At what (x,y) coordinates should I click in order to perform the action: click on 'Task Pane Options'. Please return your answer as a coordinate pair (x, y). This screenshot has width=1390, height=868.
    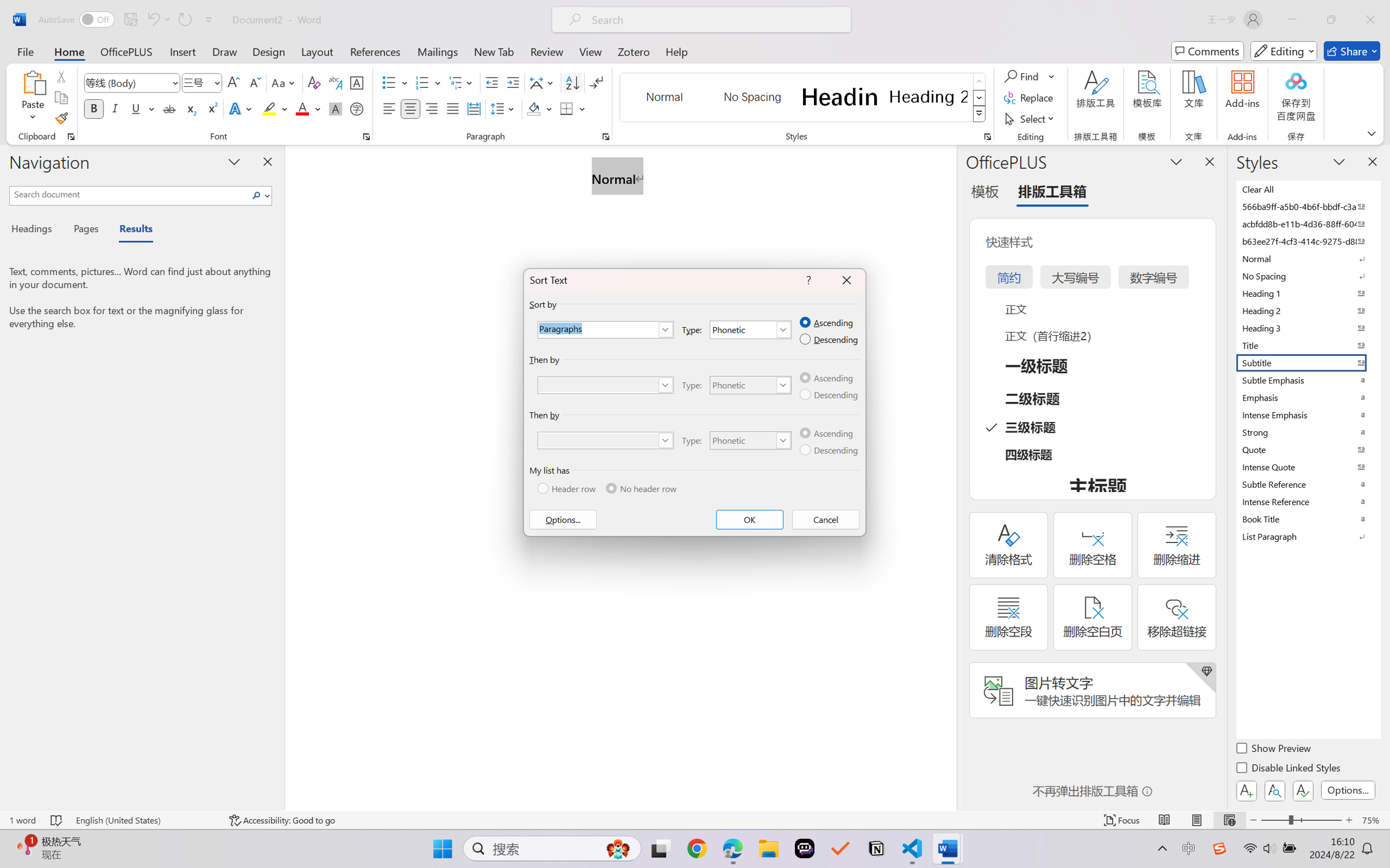
    Looking at the image, I should click on (1176, 161).